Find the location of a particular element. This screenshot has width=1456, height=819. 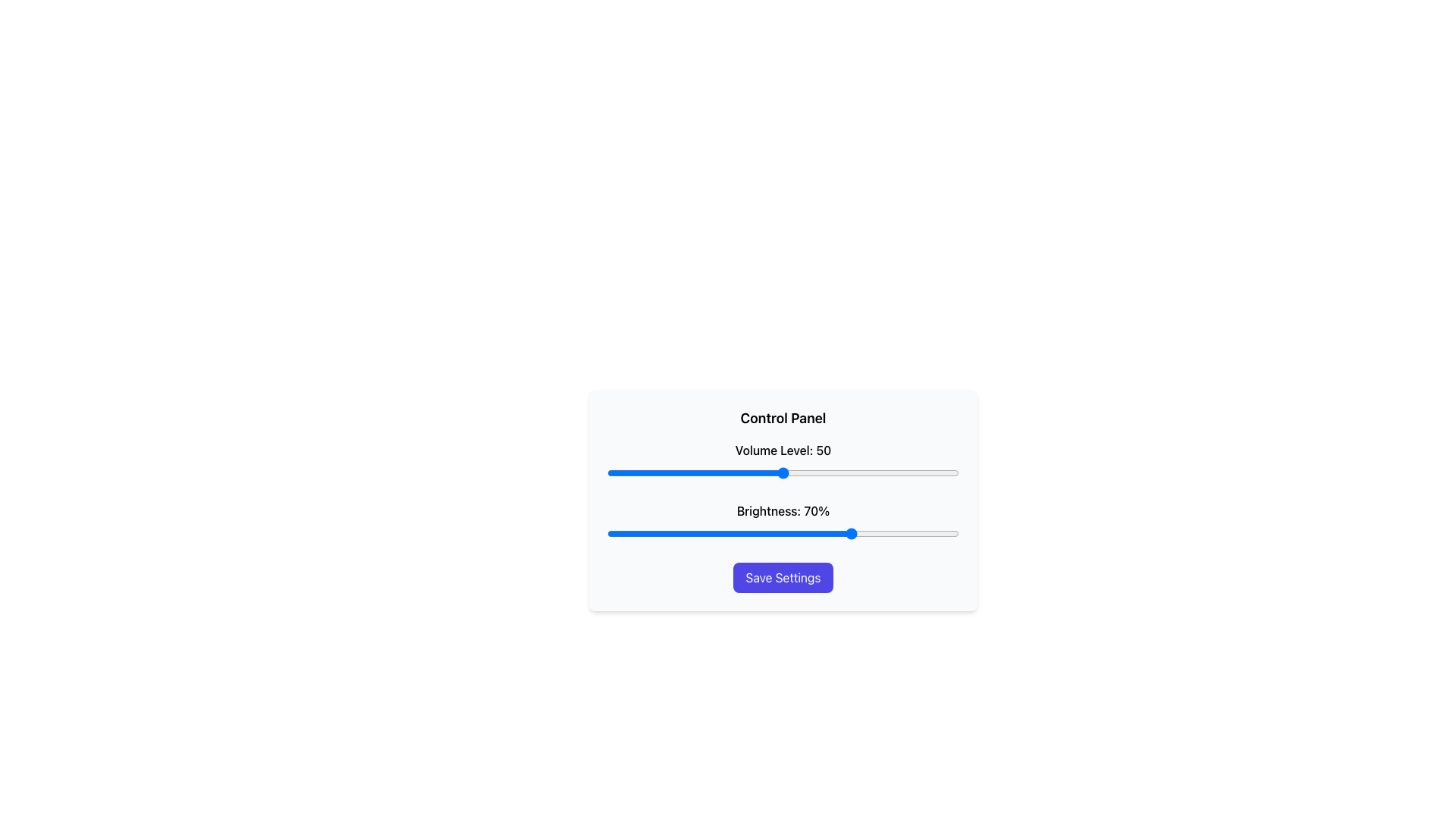

brightness level is located at coordinates (708, 533).